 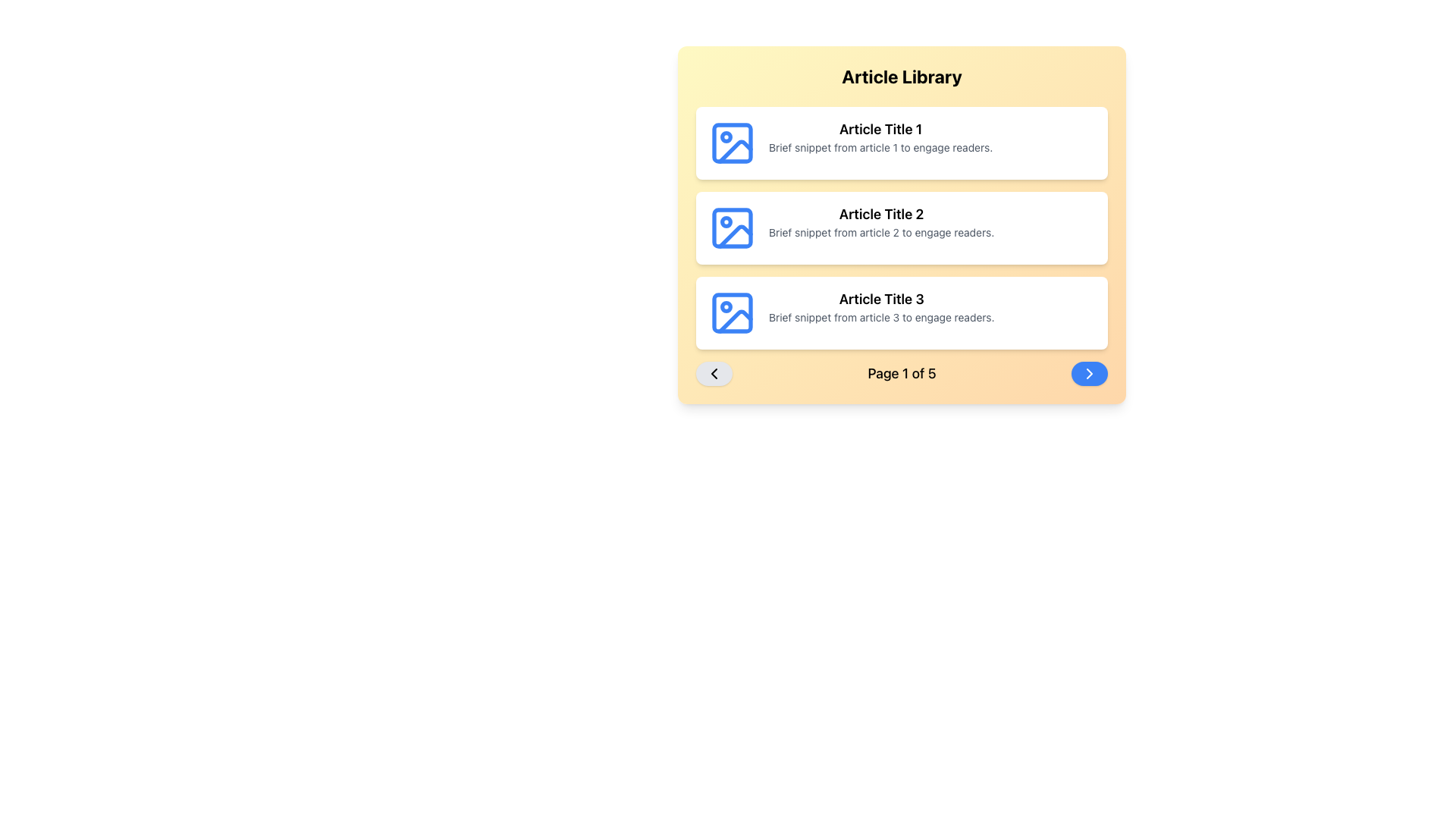 What do you see at coordinates (902, 143) in the screenshot?
I see `the first card in the 'Article Library'` at bounding box center [902, 143].